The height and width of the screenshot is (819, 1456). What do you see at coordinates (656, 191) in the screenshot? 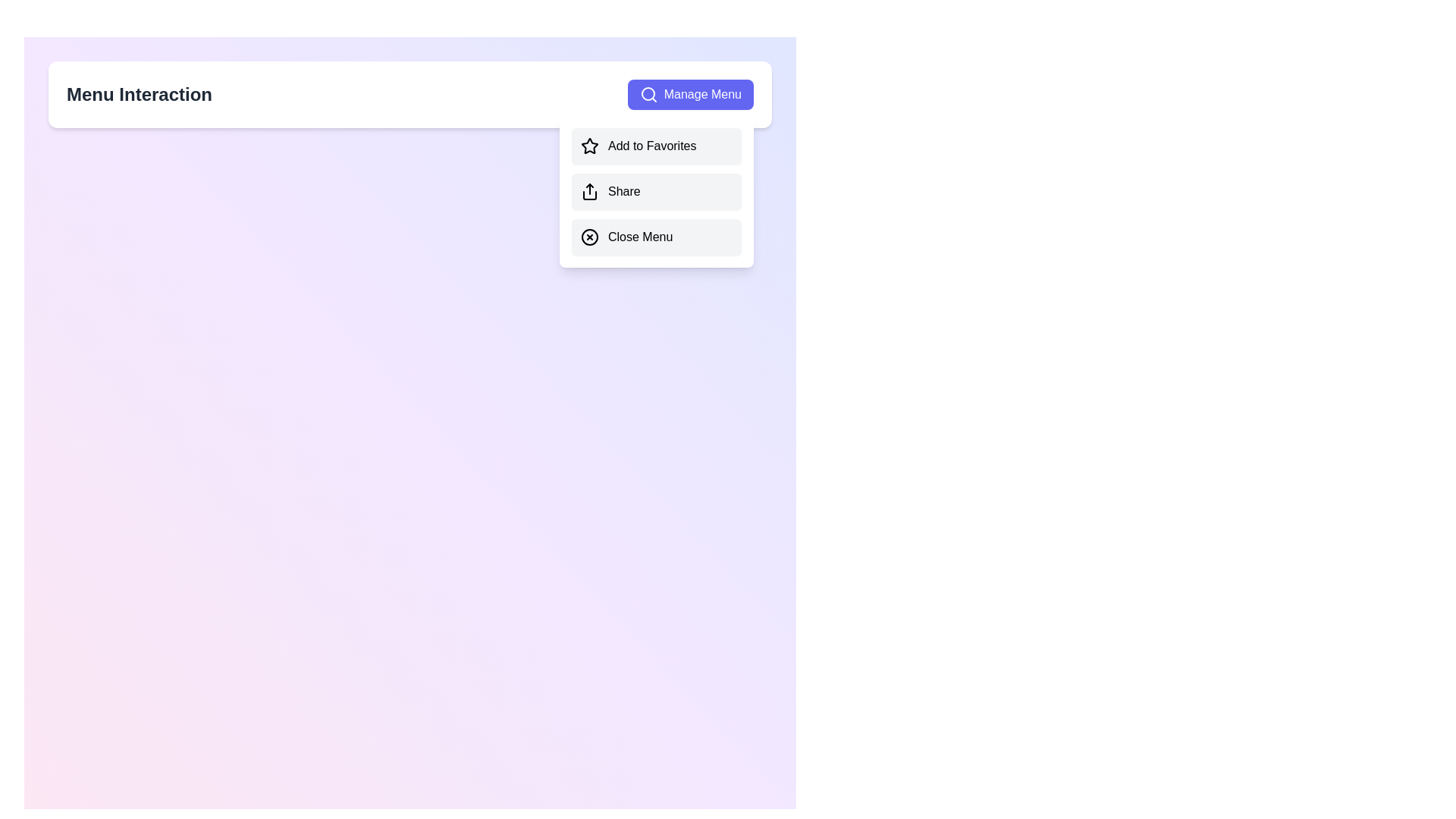
I see `the share button located in the dropdown menu, which is the second option in a vertical stack of three, positioned between the 'Add to Favorites' and 'Close Menu' buttons` at bounding box center [656, 191].